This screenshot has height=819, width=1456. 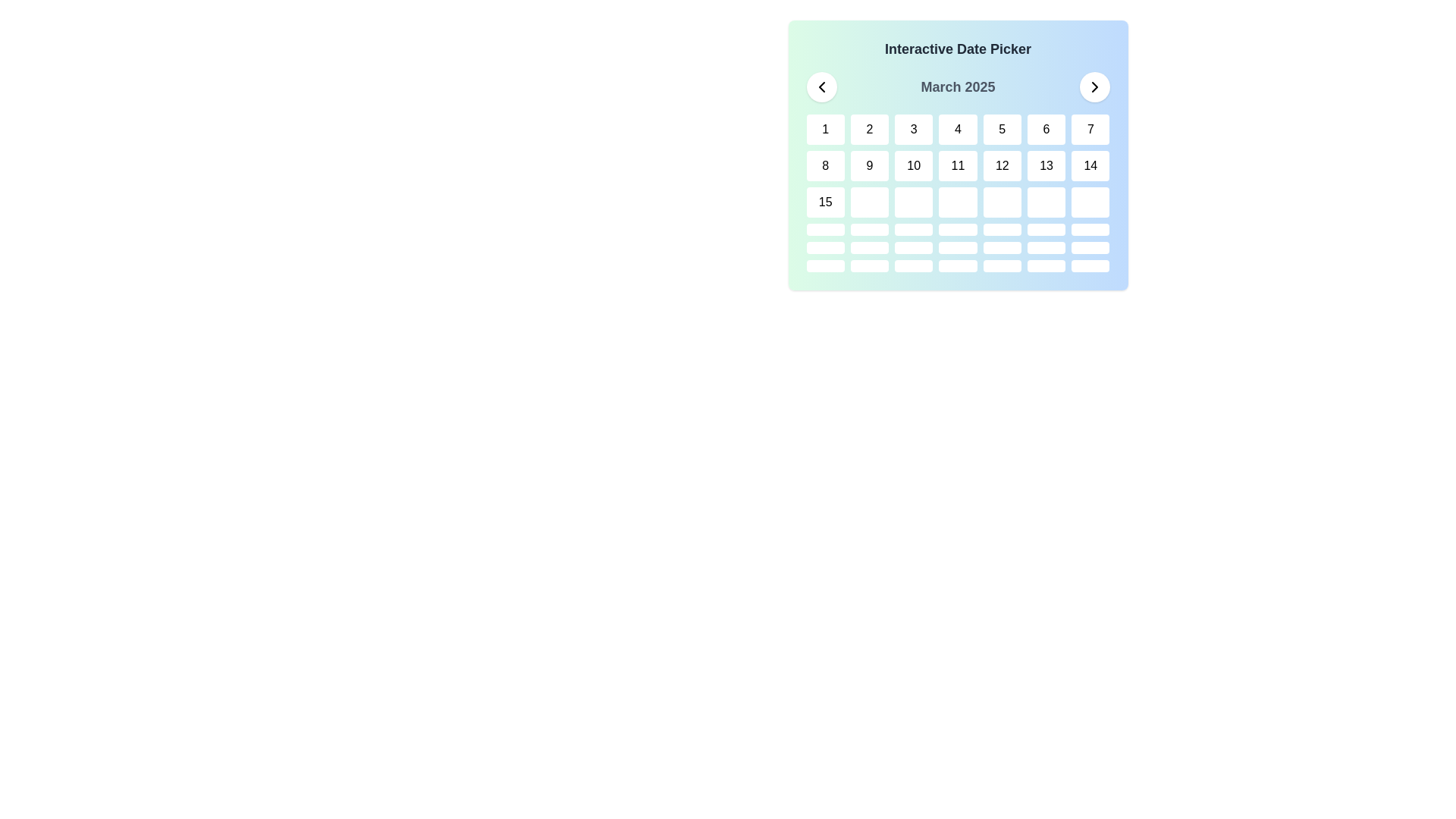 What do you see at coordinates (824, 247) in the screenshot?
I see `the white rounded corner button located in the 5th row and 1st column of the grid in the 'Interactive Date Picker' for March 2025` at bounding box center [824, 247].